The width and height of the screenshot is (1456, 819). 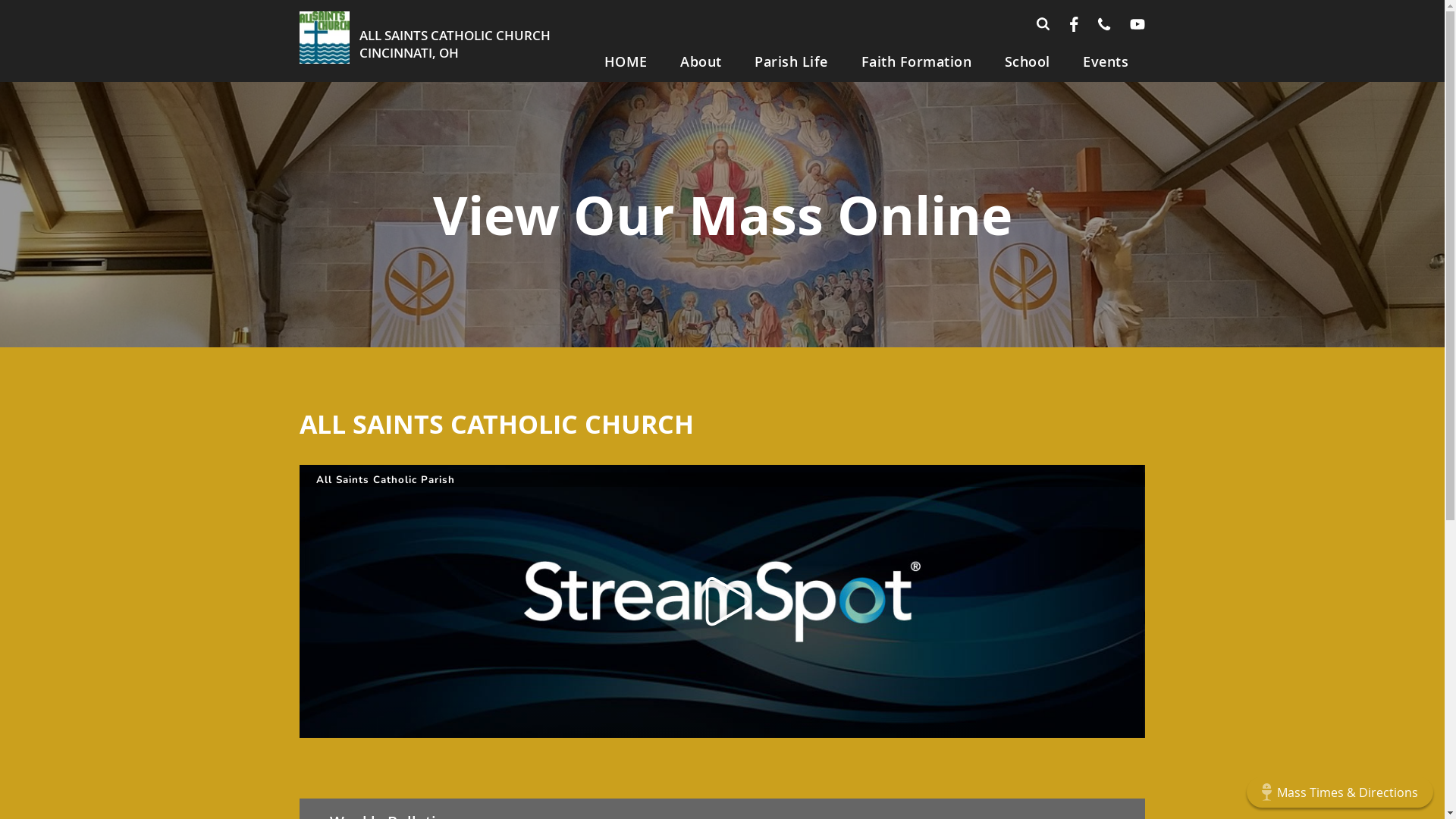 What do you see at coordinates (626, 61) in the screenshot?
I see `'HOME'` at bounding box center [626, 61].